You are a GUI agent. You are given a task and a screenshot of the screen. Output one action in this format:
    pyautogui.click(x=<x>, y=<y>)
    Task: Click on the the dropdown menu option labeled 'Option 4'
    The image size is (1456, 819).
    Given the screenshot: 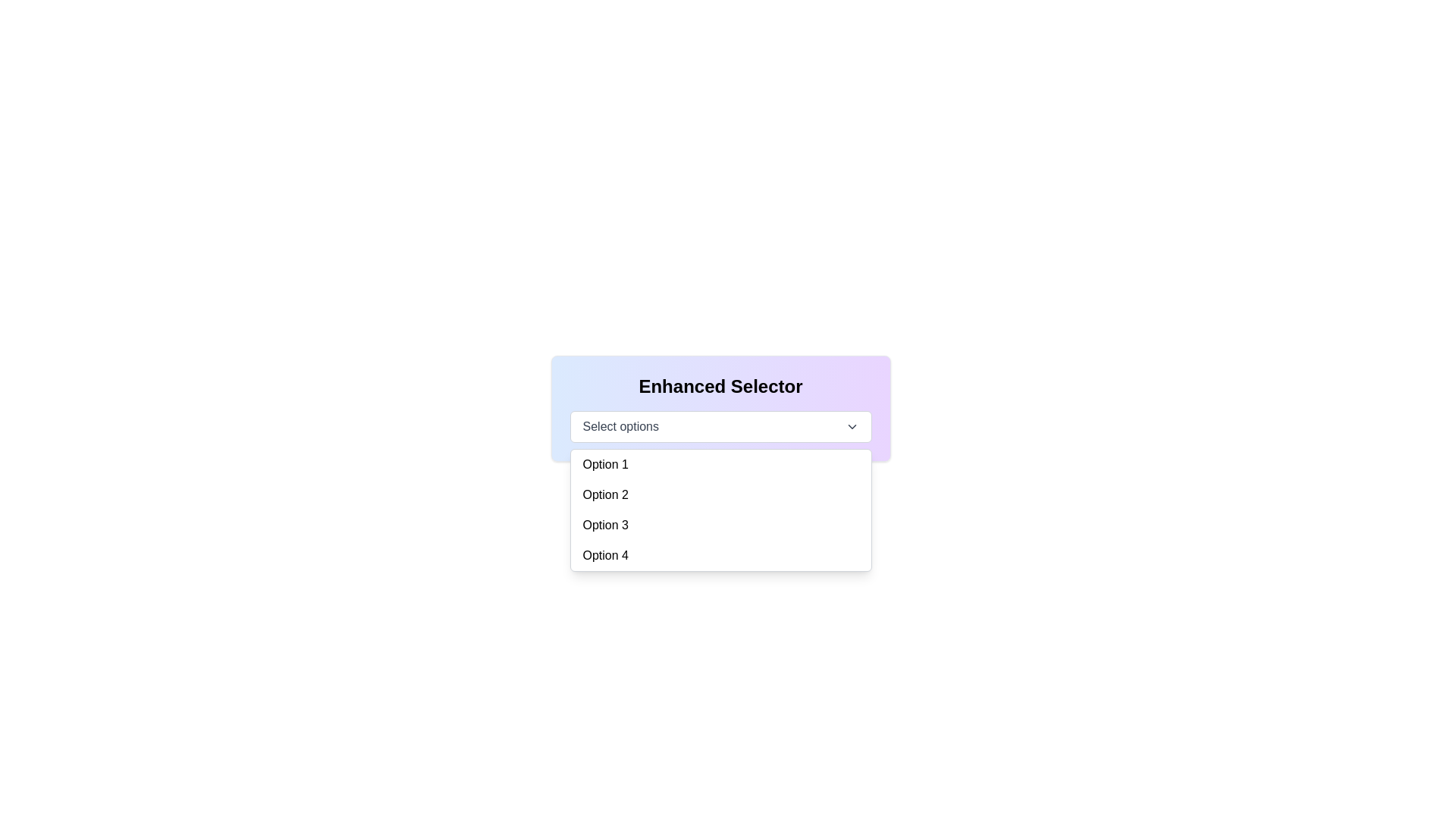 What is the action you would take?
    pyautogui.click(x=720, y=555)
    